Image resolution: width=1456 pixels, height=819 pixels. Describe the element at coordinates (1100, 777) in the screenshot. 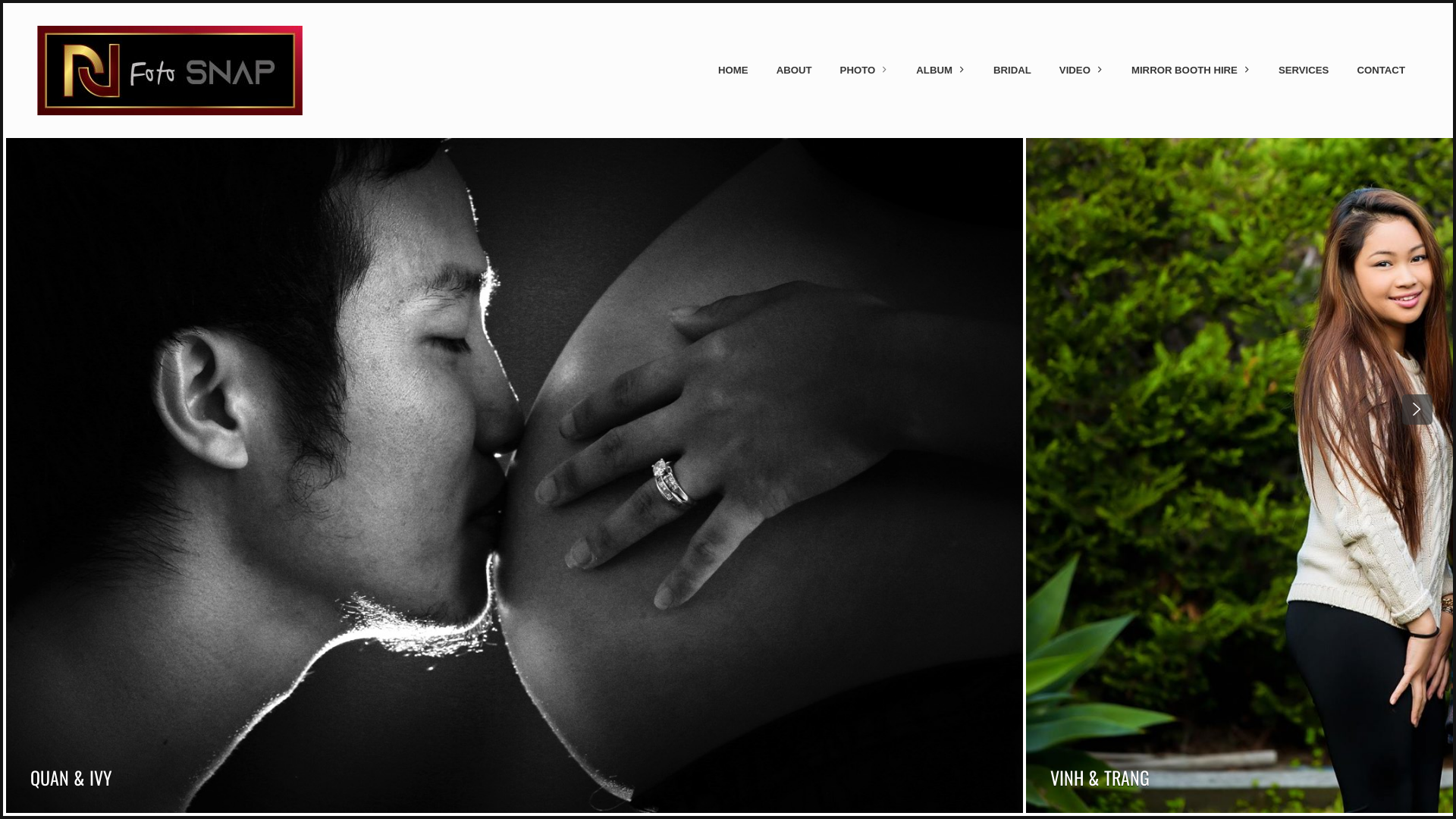

I see `'VINH & TRANG'` at that location.